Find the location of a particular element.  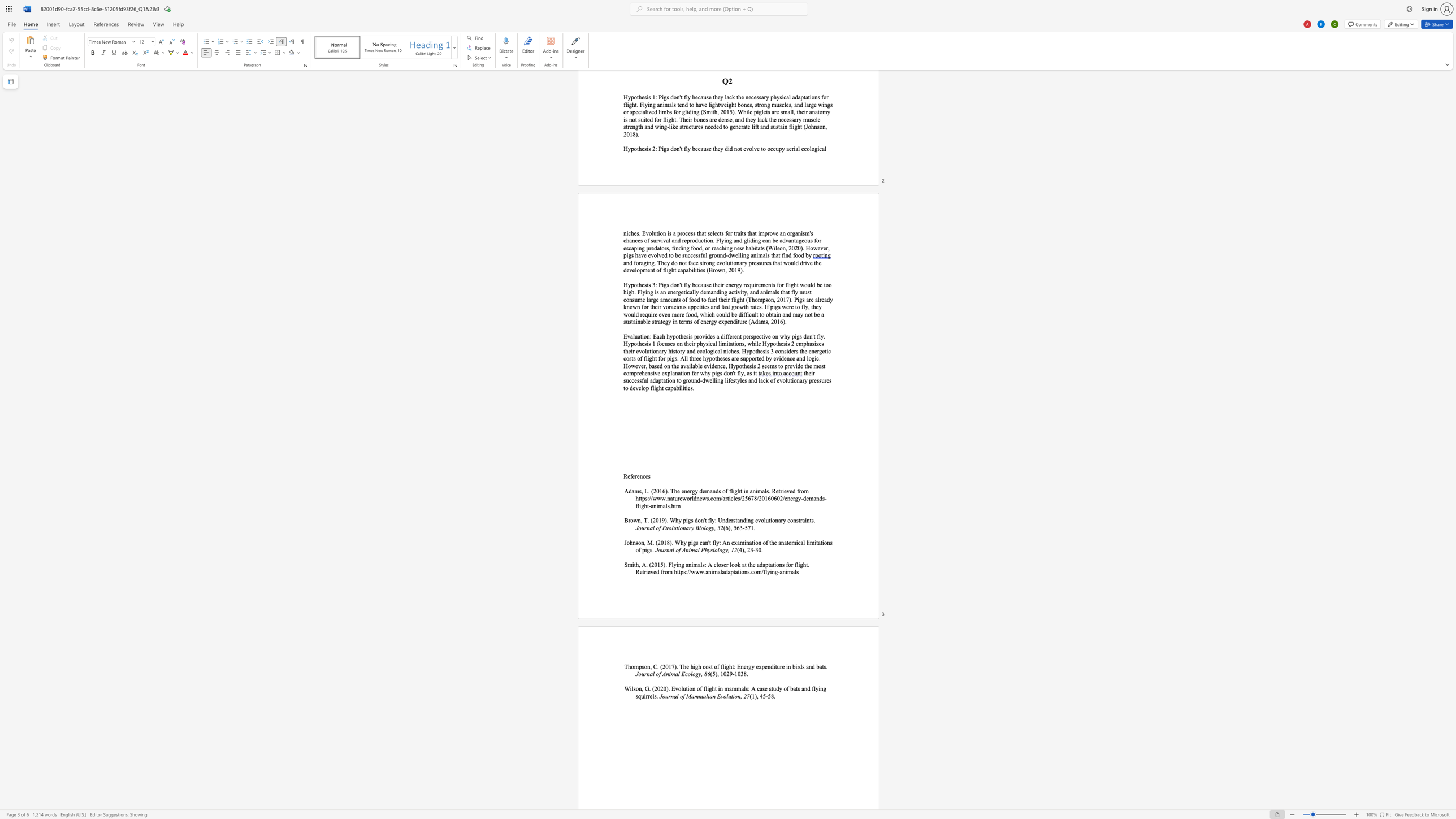

the space between the continuous character "h" and "e" in the text is located at coordinates (686, 666).